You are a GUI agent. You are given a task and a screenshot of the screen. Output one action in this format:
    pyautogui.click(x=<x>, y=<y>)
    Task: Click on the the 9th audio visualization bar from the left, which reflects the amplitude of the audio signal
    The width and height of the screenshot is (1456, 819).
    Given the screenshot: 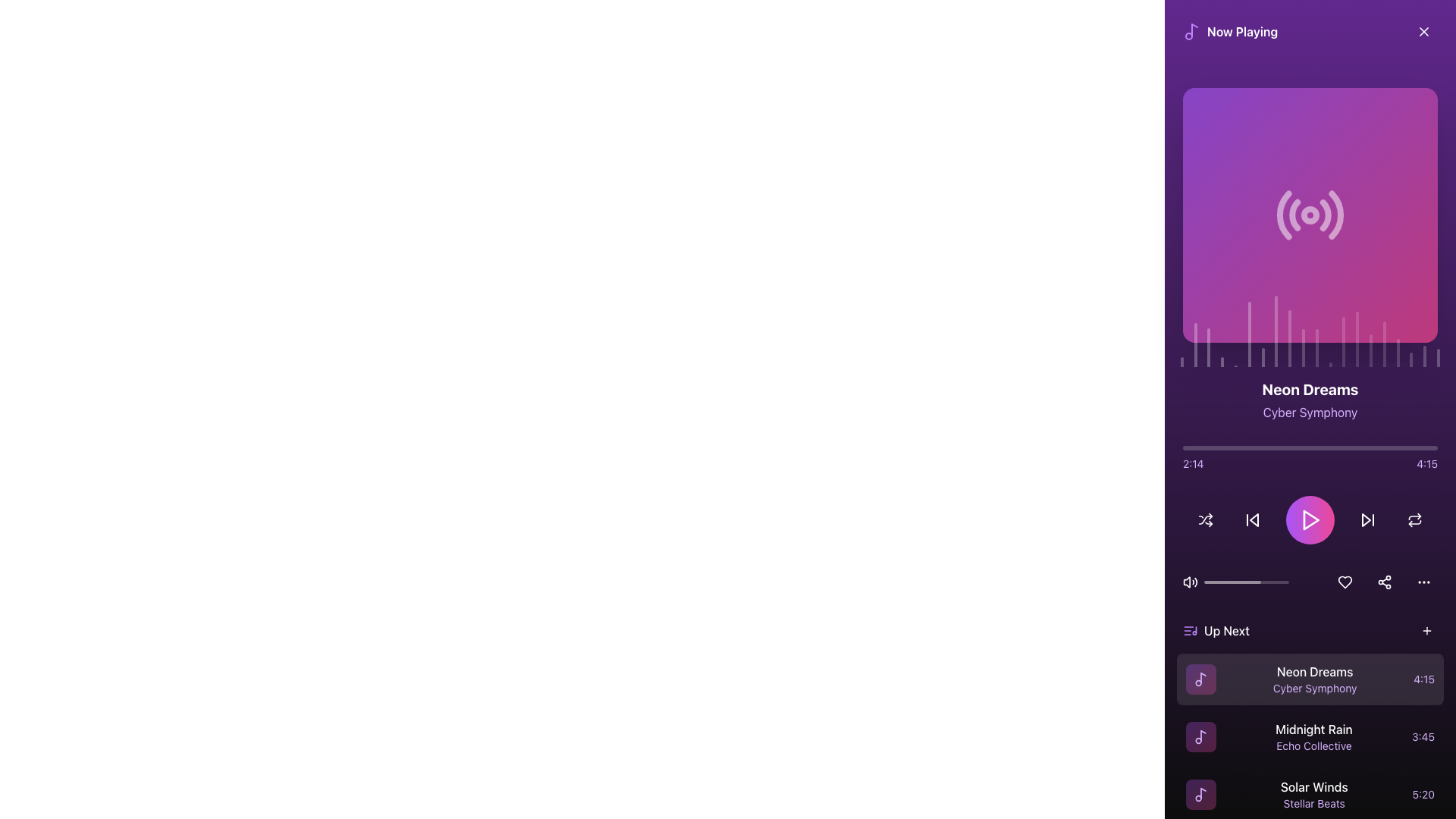 What is the action you would take?
    pyautogui.click(x=1289, y=337)
    